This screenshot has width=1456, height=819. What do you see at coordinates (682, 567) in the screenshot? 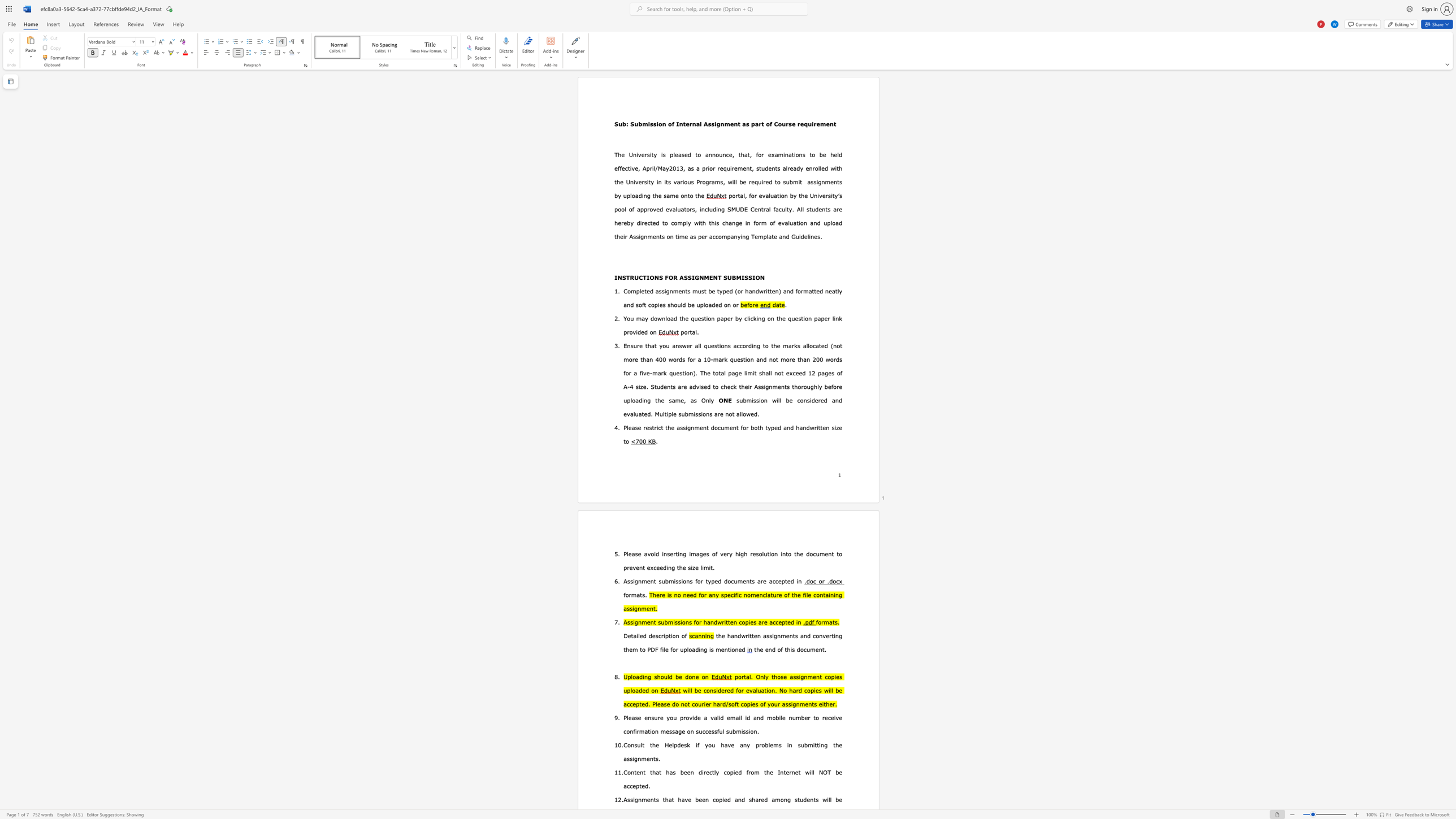
I see `the subset text "e size" within the text "the size limit."` at bounding box center [682, 567].